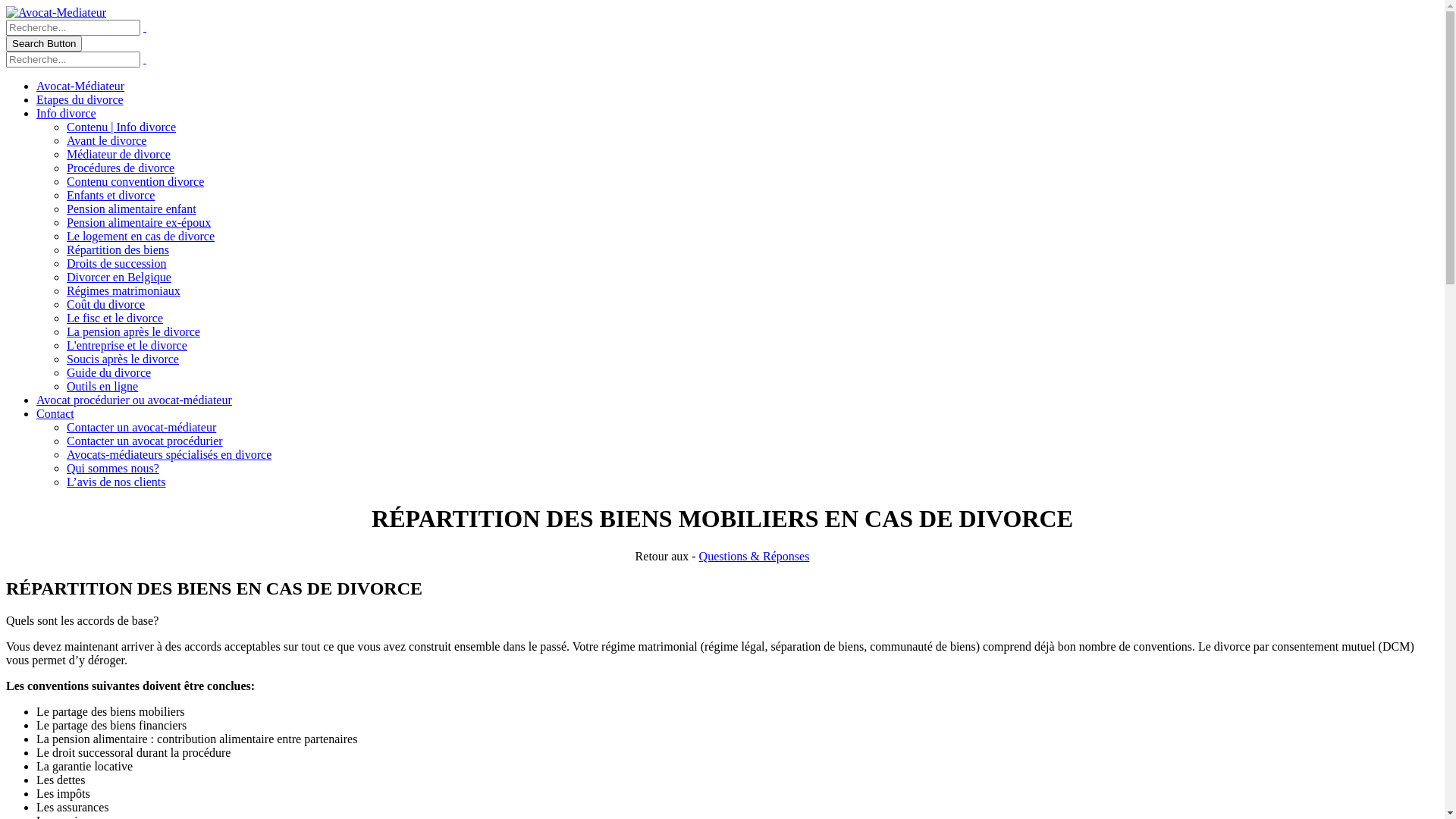 The width and height of the screenshot is (1456, 819). I want to click on ' ', so click(145, 58).